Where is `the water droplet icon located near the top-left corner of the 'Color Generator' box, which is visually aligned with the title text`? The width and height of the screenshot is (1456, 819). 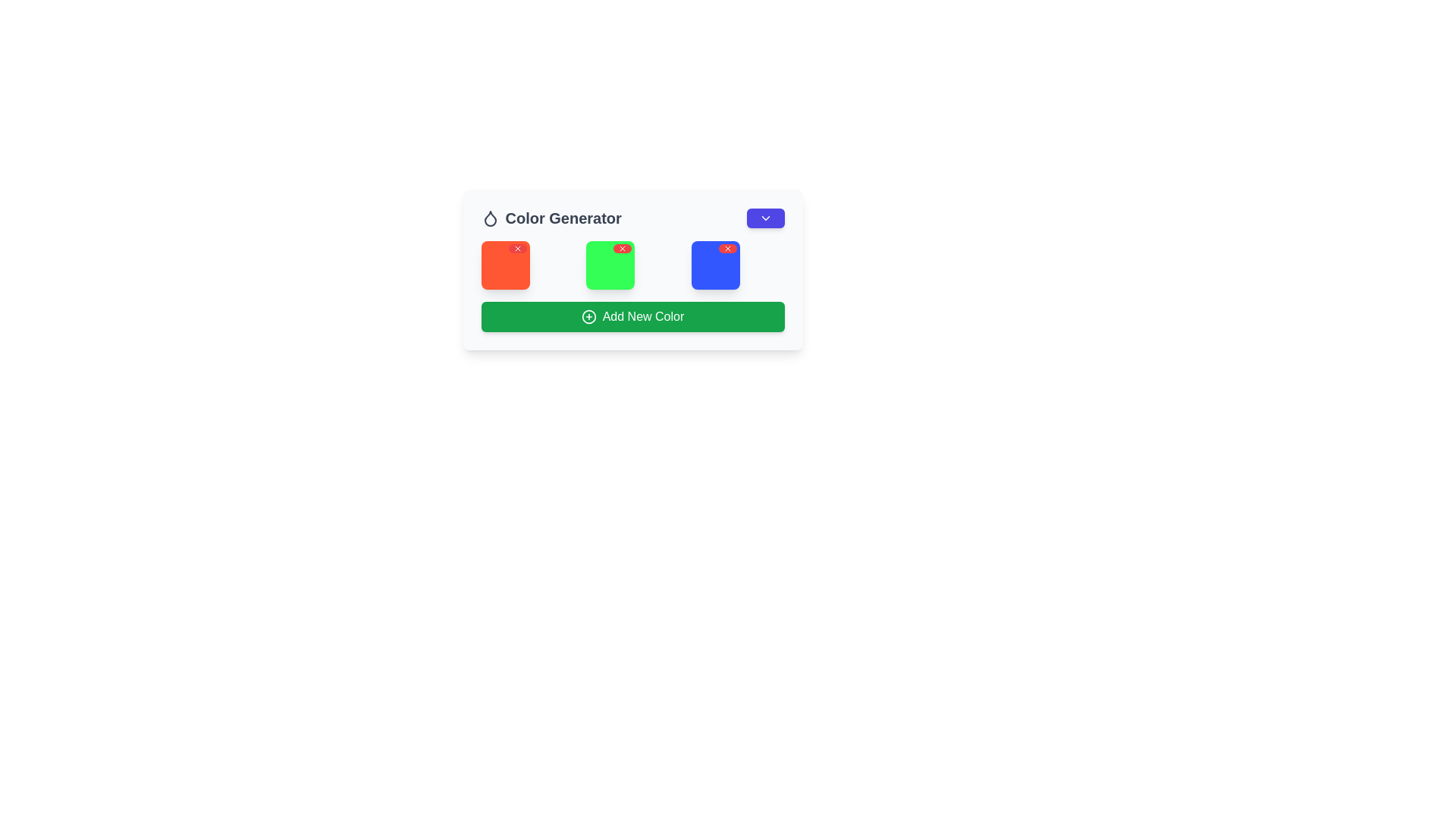 the water droplet icon located near the top-left corner of the 'Color Generator' box, which is visually aligned with the title text is located at coordinates (490, 218).